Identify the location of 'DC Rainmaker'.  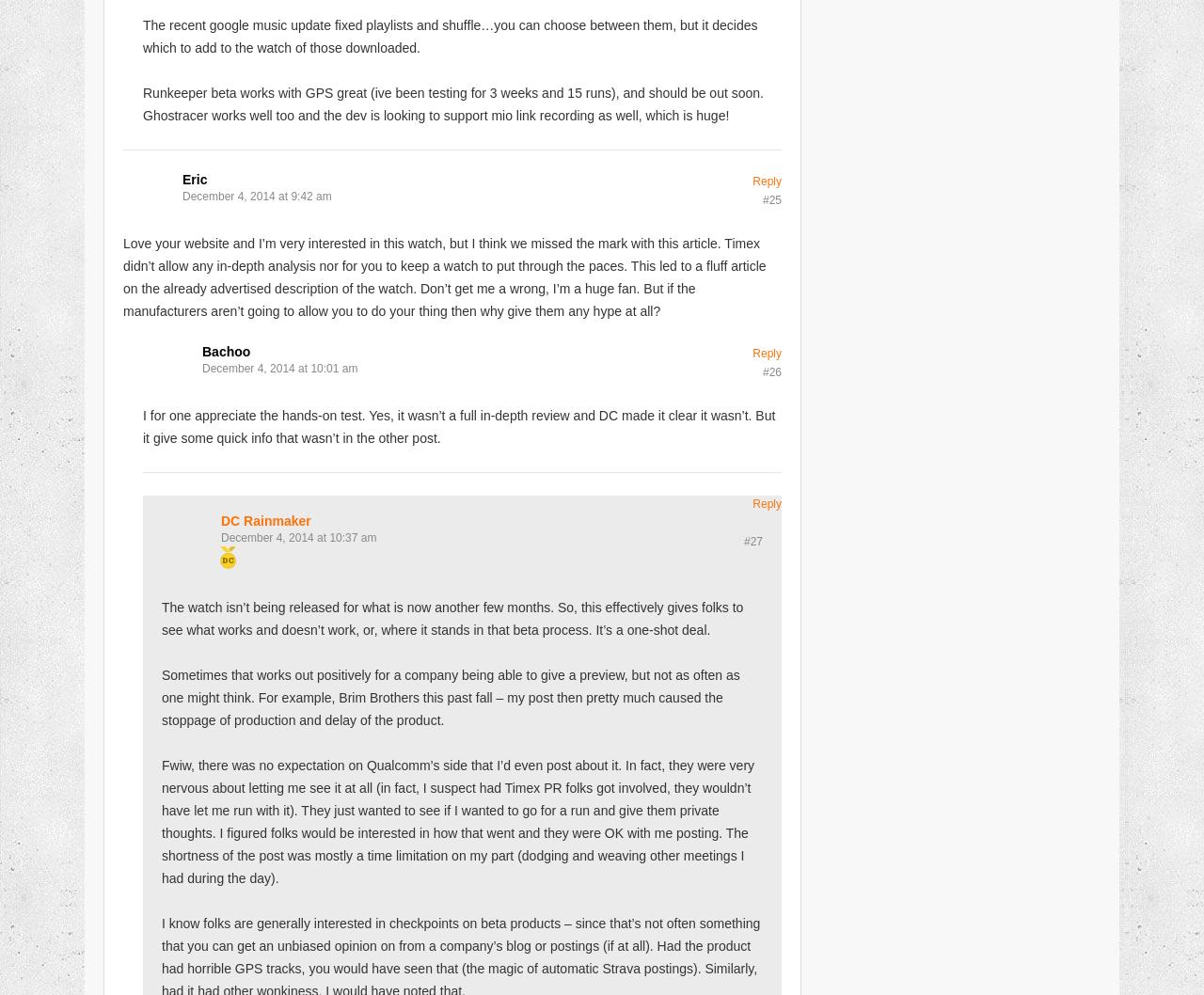
(264, 520).